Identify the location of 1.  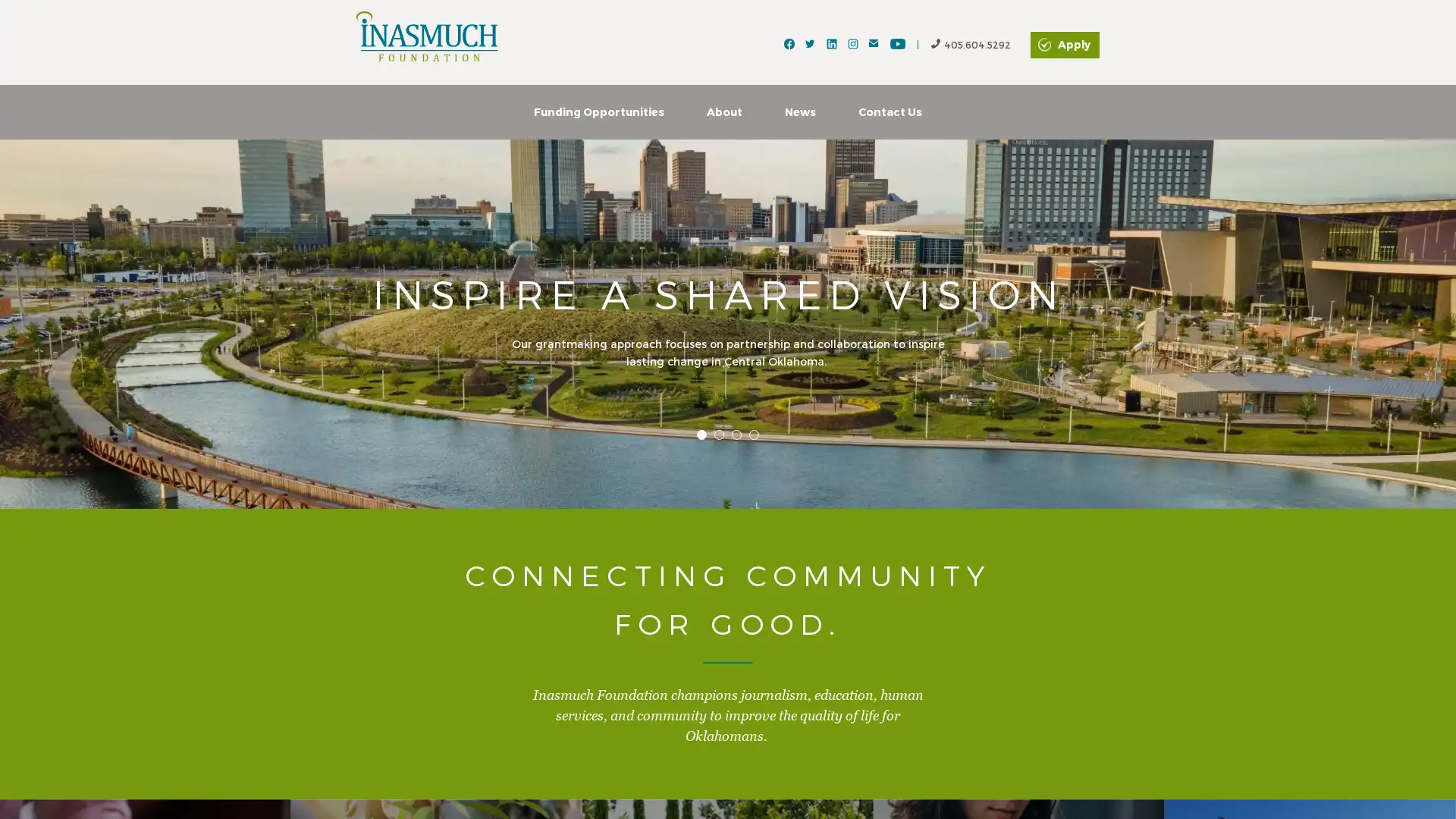
(701, 434).